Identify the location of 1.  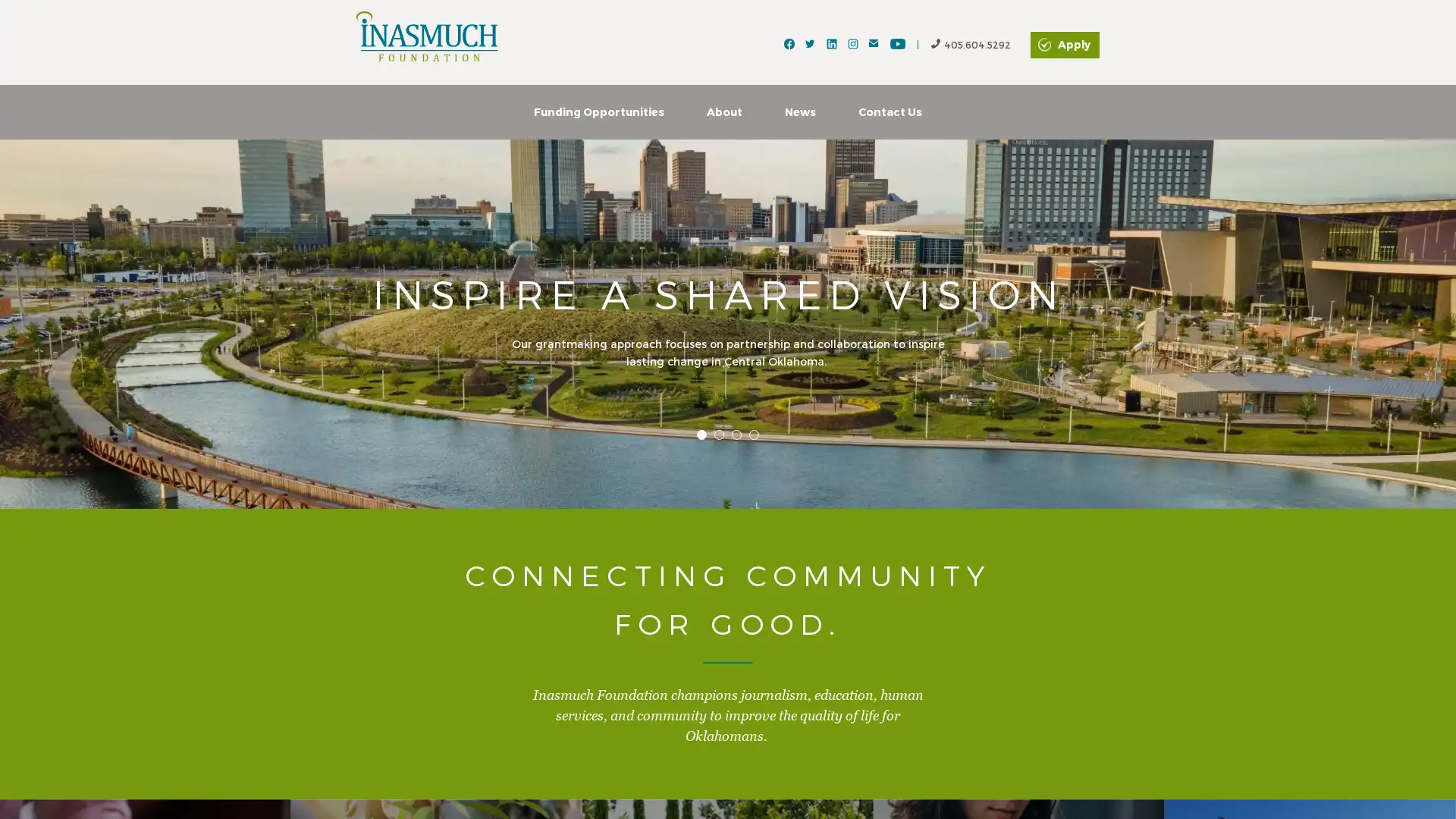
(701, 434).